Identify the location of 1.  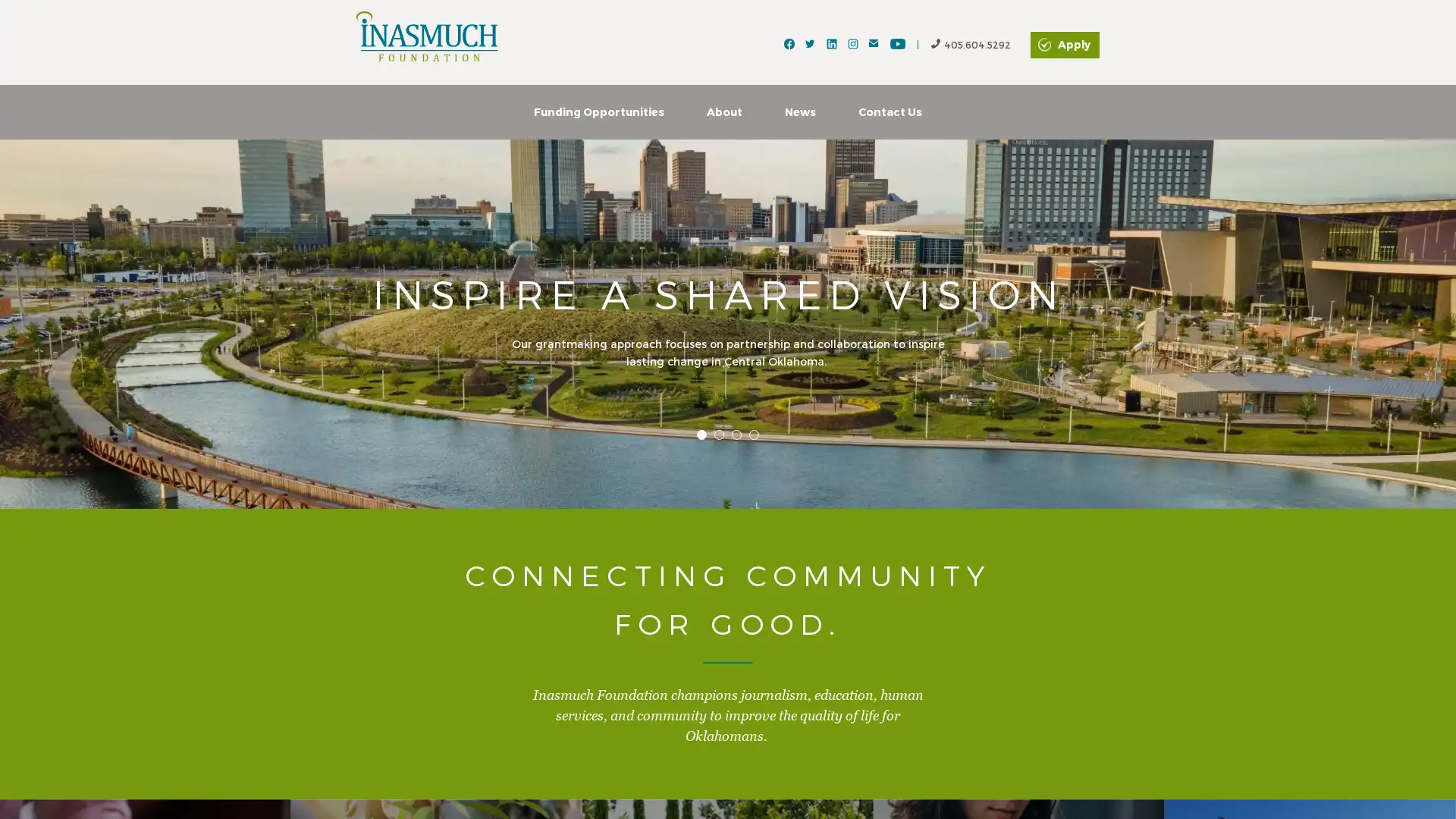
(701, 434).